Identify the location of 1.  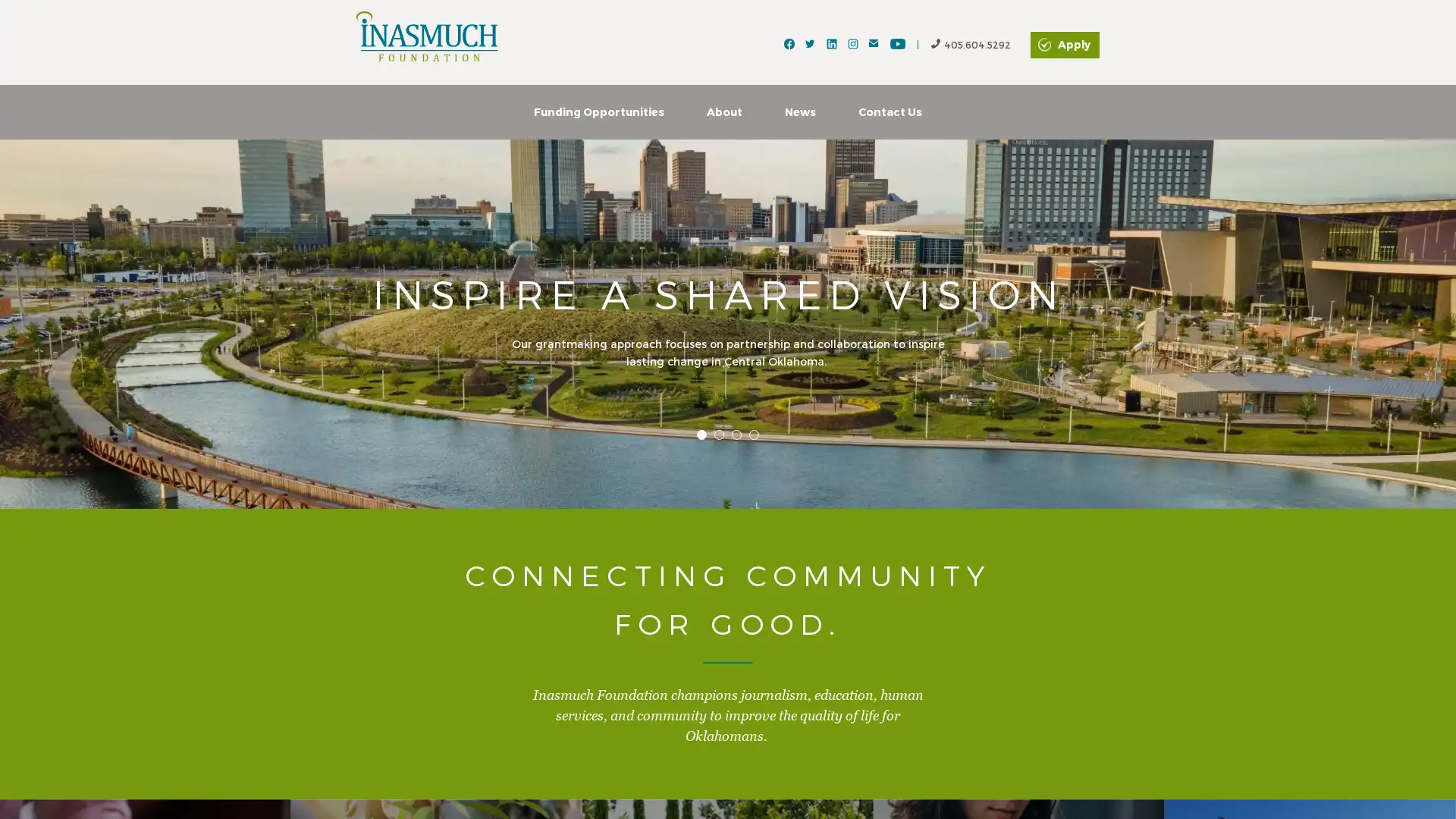
(701, 434).